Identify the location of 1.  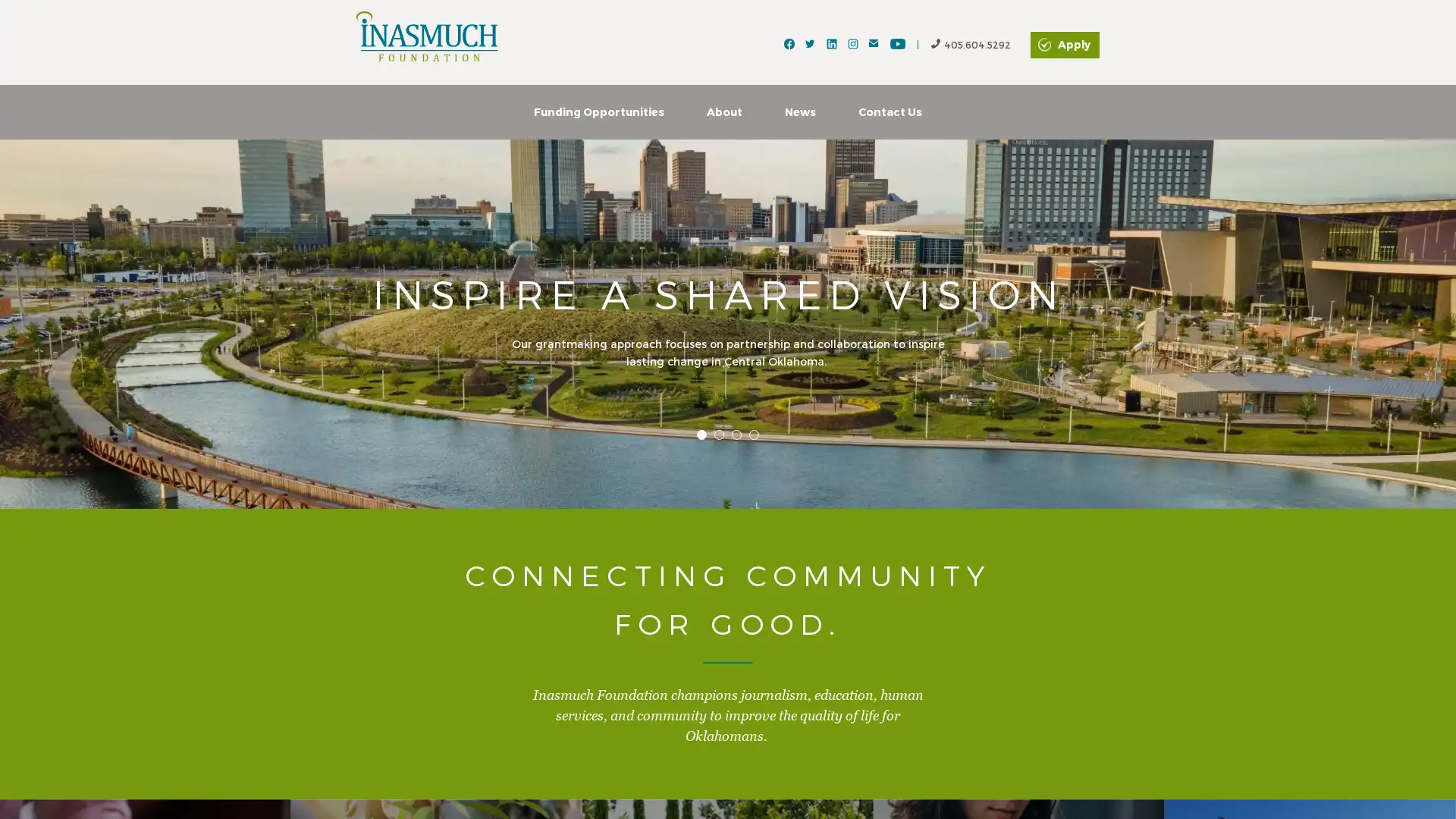
(701, 434).